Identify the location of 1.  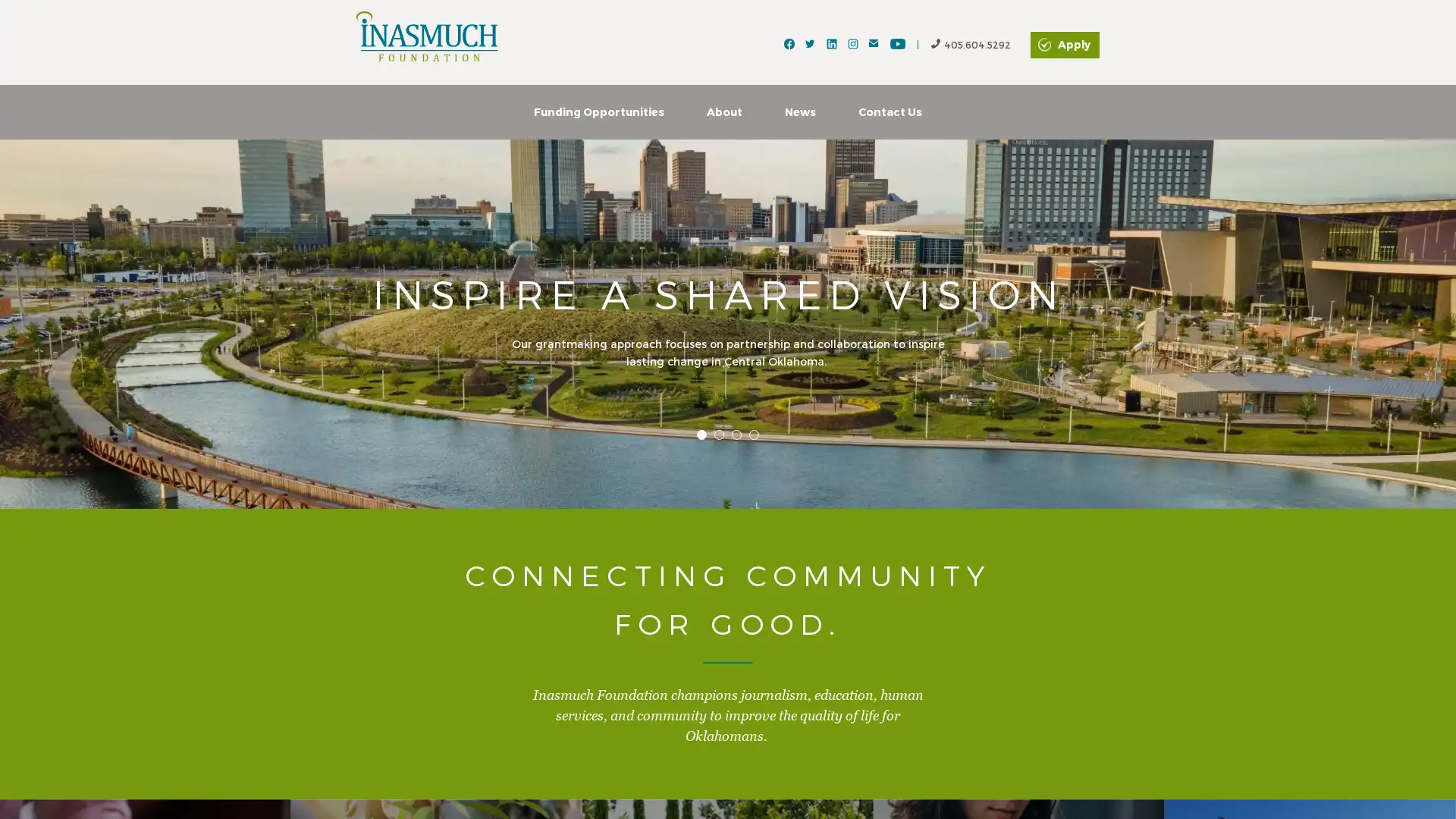
(701, 434).